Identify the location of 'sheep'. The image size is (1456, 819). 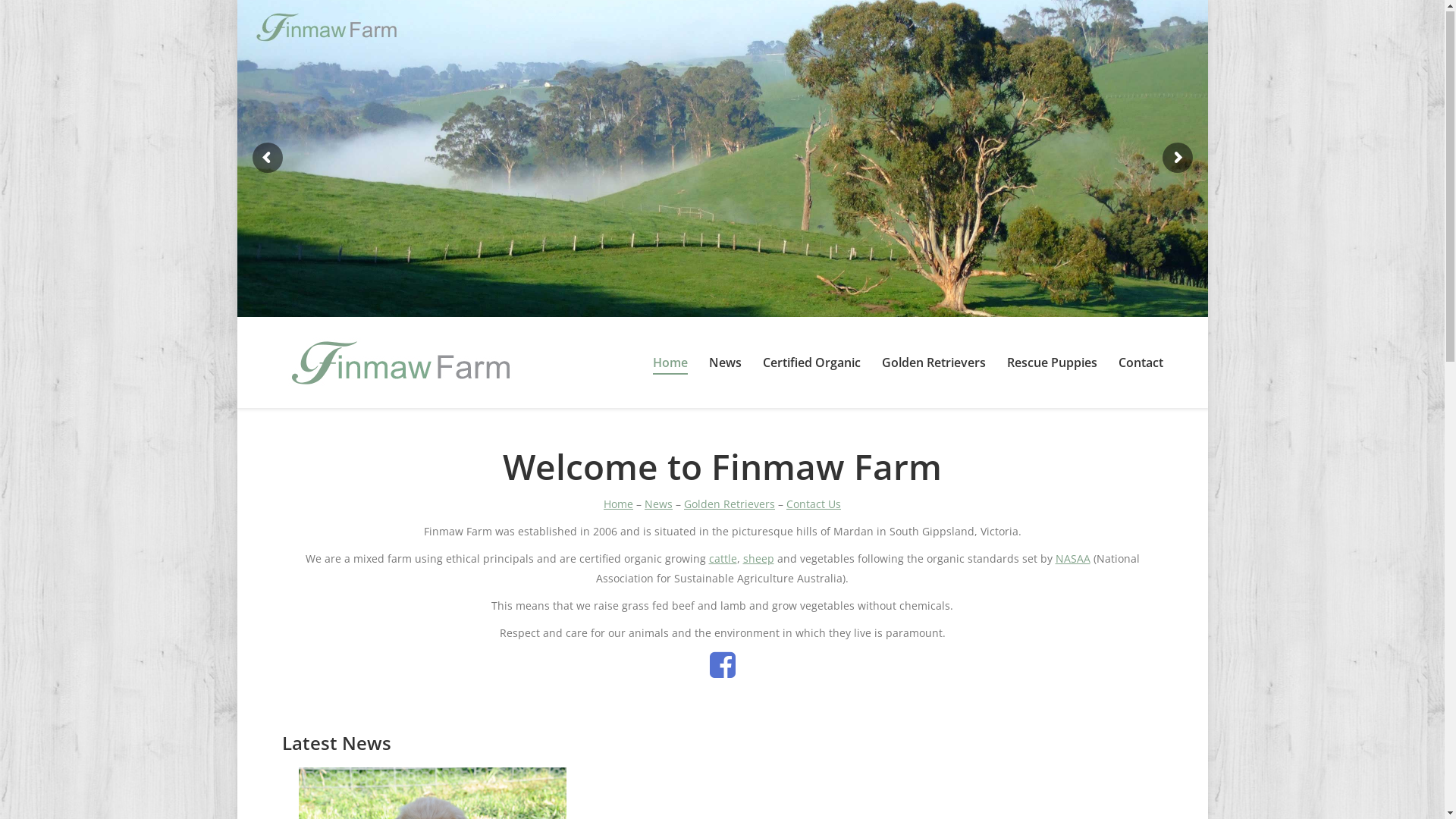
(758, 560).